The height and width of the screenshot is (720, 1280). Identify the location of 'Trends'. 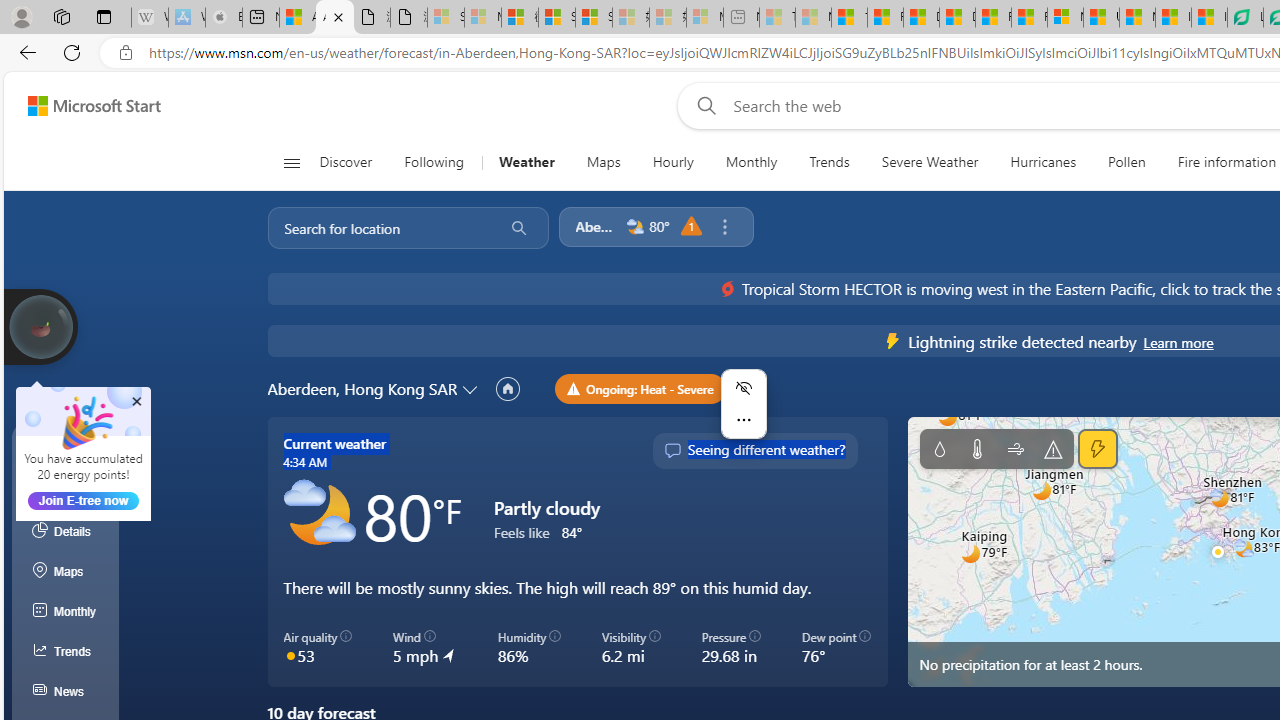
(829, 162).